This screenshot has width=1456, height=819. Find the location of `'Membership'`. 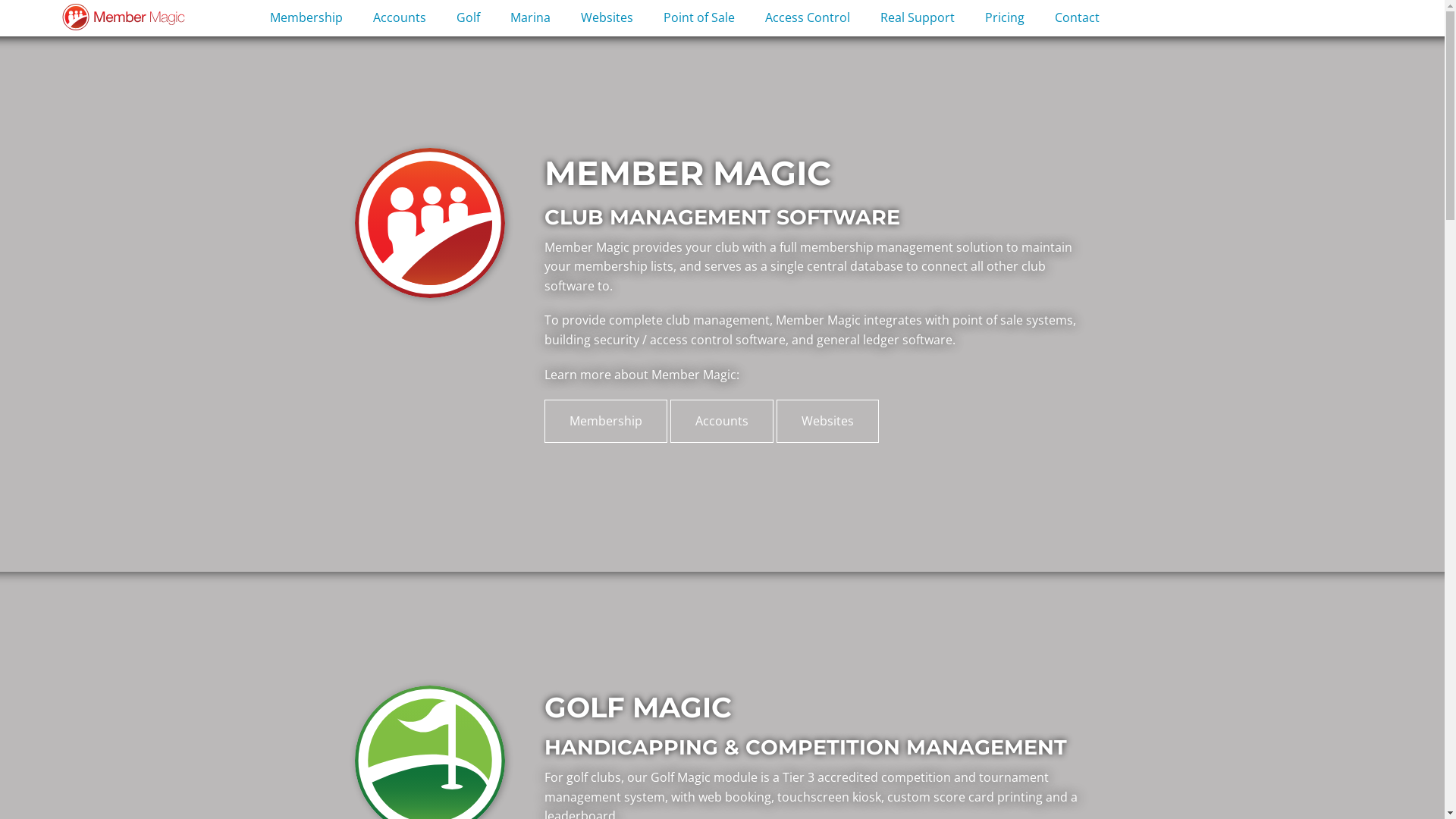

'Membership' is located at coordinates (305, 18).